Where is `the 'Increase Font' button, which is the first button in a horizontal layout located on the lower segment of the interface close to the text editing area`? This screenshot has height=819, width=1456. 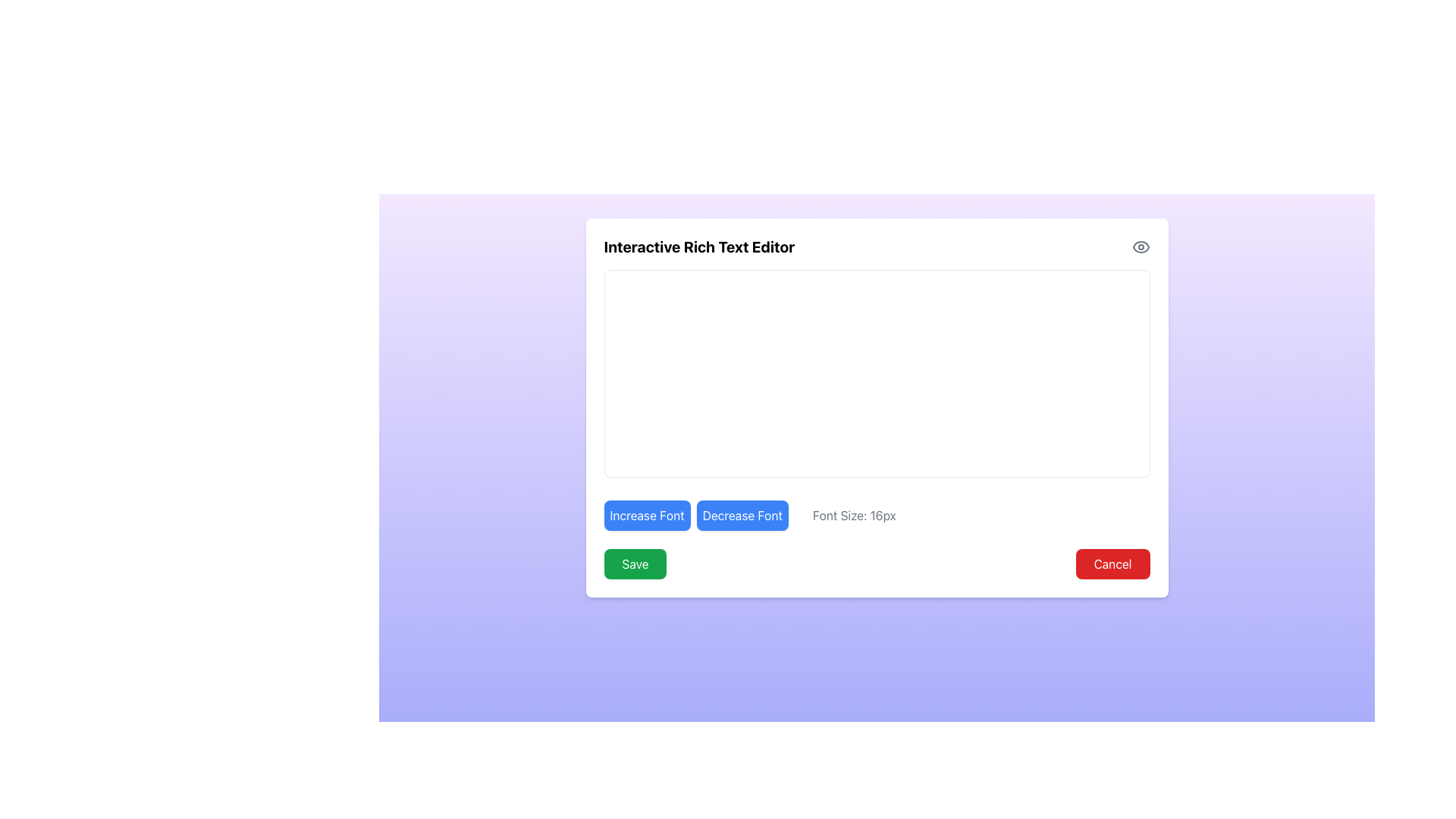
the 'Increase Font' button, which is the first button in a horizontal layout located on the lower segment of the interface close to the text editing area is located at coordinates (647, 514).